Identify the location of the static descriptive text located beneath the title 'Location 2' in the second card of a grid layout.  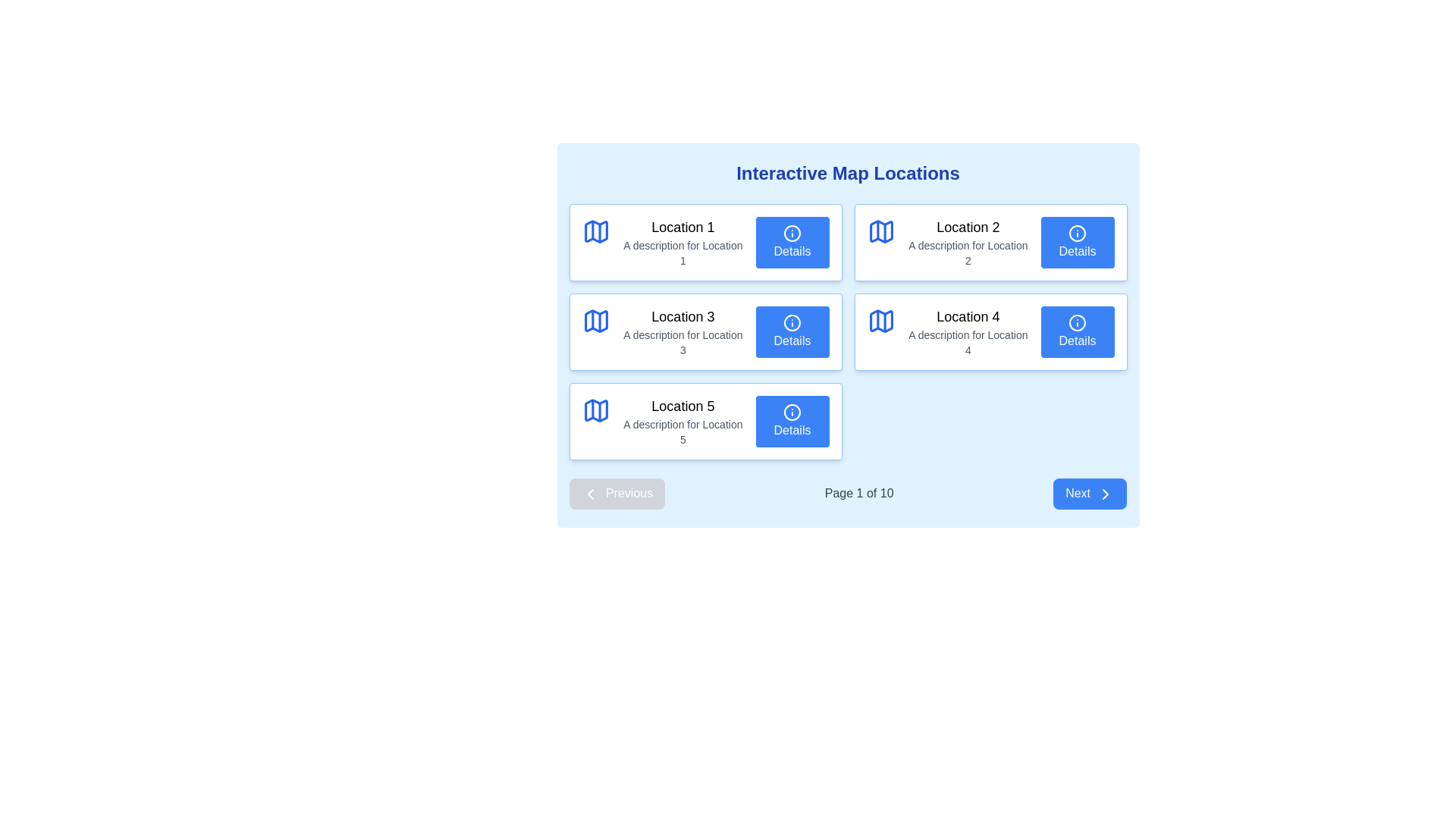
(967, 253).